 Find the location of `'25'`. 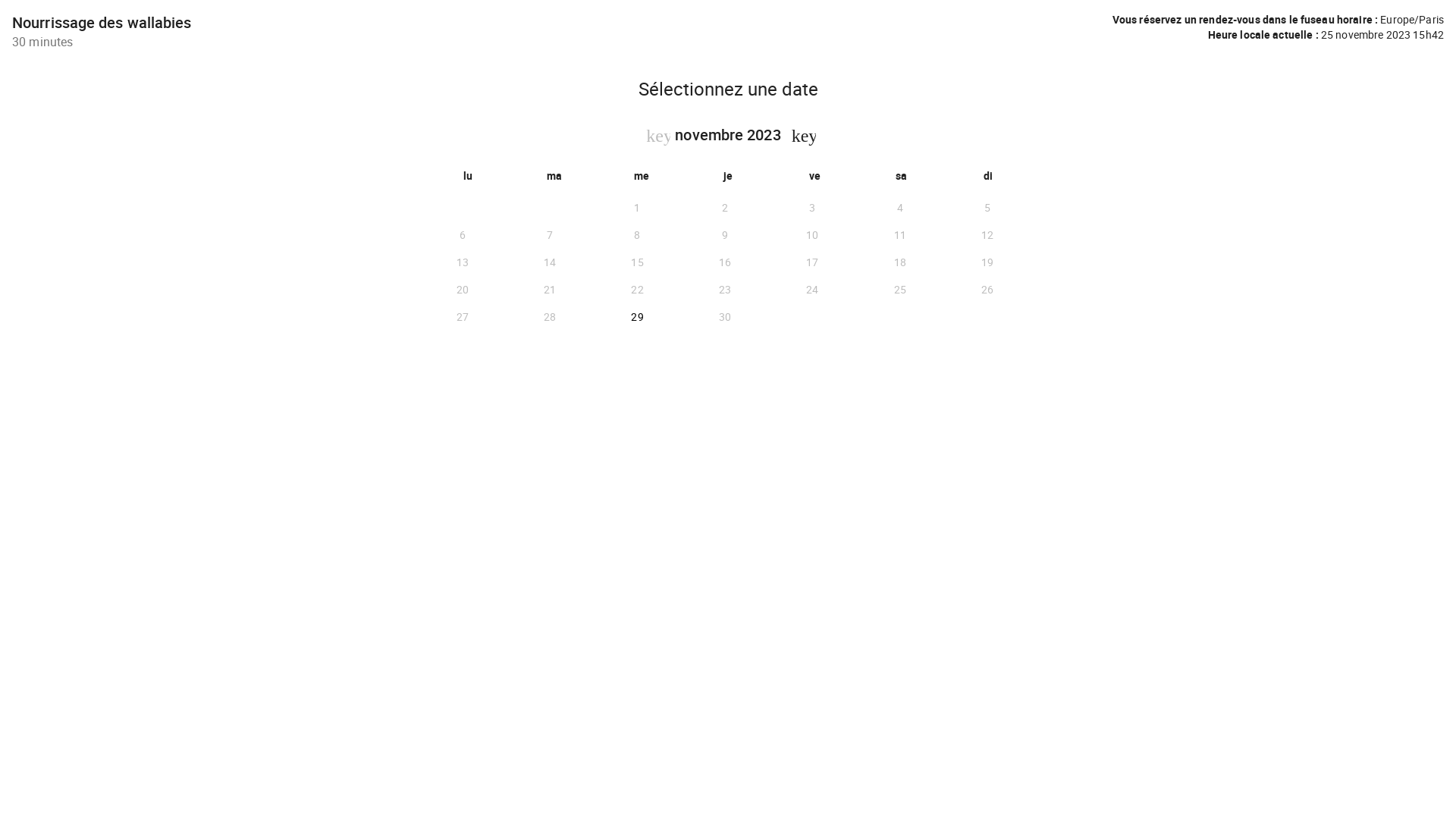

'25' is located at coordinates (899, 289).